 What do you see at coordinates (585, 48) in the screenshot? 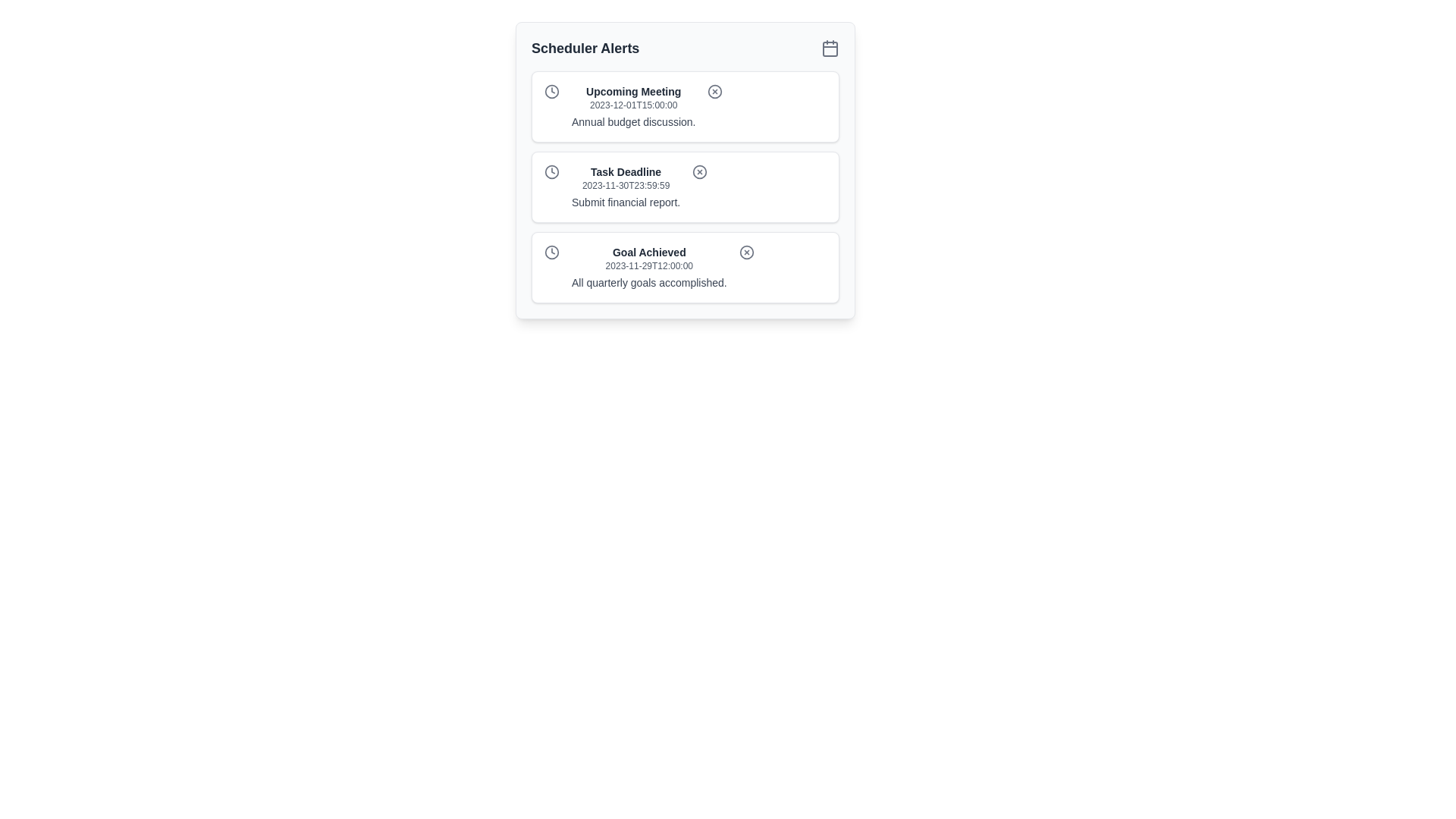
I see `'Scheduler Alerts' text label which is prominently displayed in bold and larger font above a list of items, positioned to the left of a calendar icon` at bounding box center [585, 48].